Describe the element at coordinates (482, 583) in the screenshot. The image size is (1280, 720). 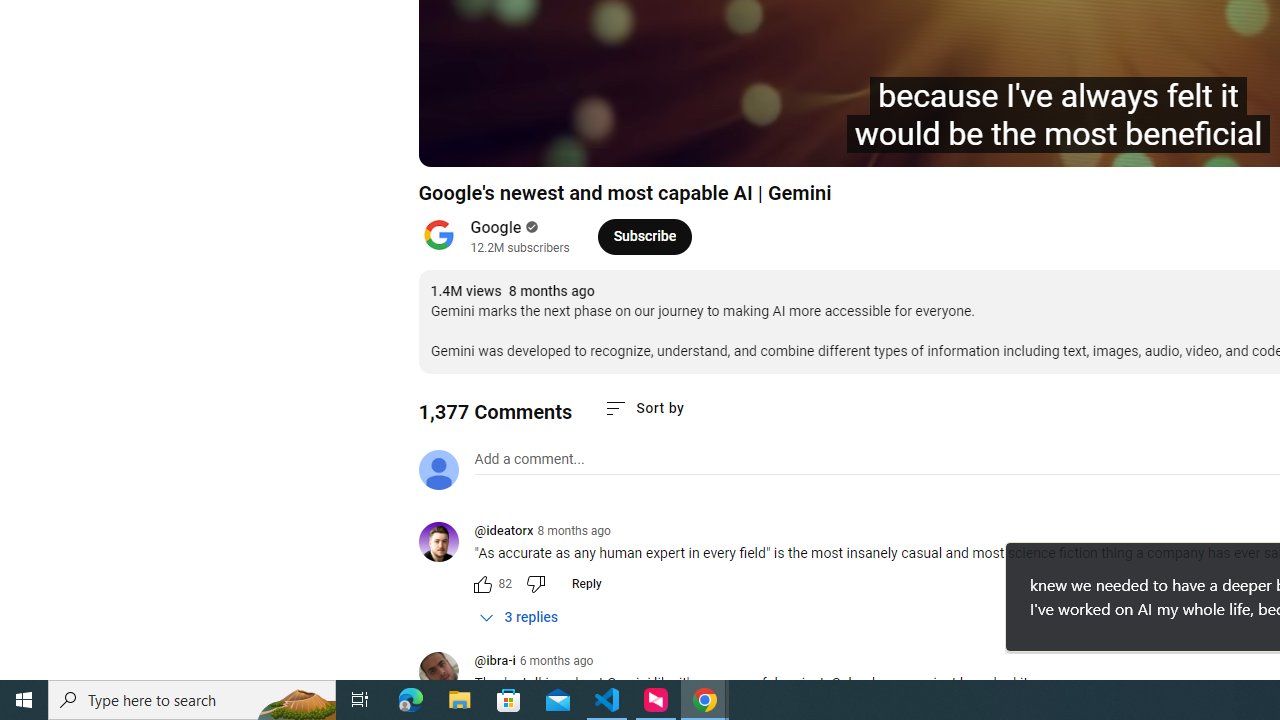
I see `'Like this comment along with 82 other people'` at that location.